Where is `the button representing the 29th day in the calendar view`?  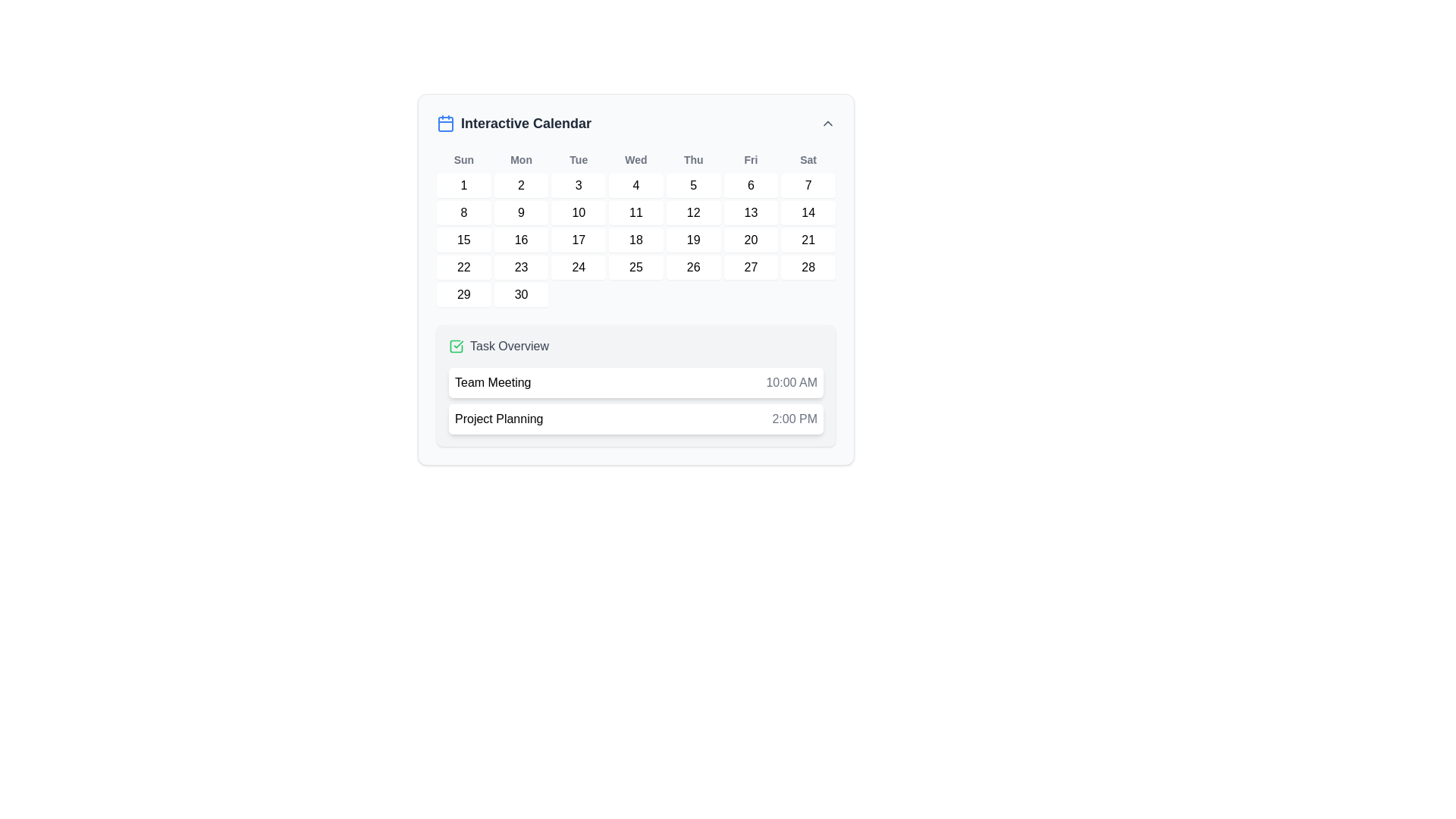
the button representing the 29th day in the calendar view is located at coordinates (463, 295).